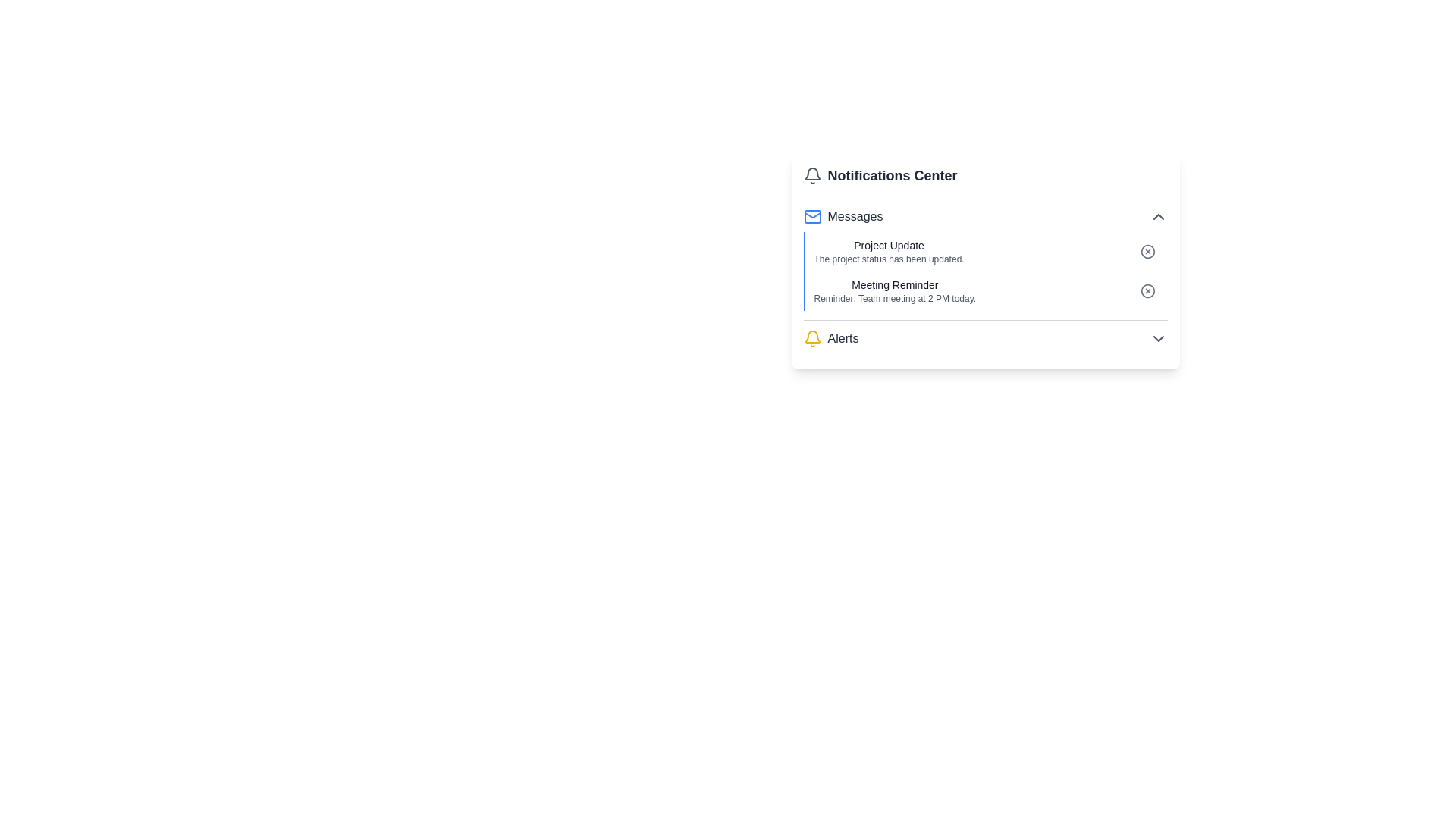 The width and height of the screenshot is (1456, 819). What do you see at coordinates (811, 338) in the screenshot?
I see `the alert notification icon located adjacent to the 'Alerts' label in the lower portion of the 'Notifications Center' interface` at bounding box center [811, 338].